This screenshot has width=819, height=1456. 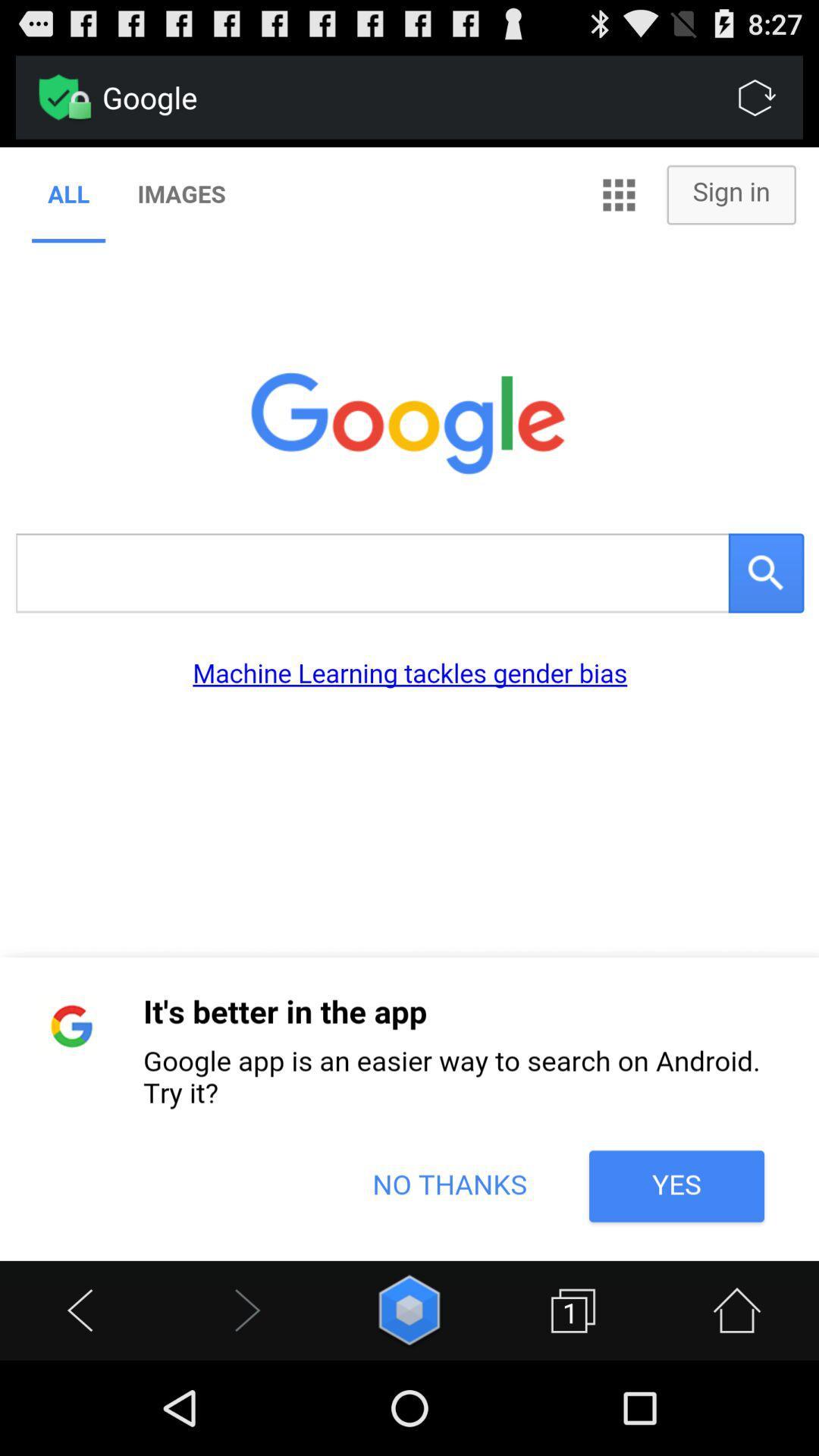 What do you see at coordinates (58, 103) in the screenshot?
I see `the check icon` at bounding box center [58, 103].